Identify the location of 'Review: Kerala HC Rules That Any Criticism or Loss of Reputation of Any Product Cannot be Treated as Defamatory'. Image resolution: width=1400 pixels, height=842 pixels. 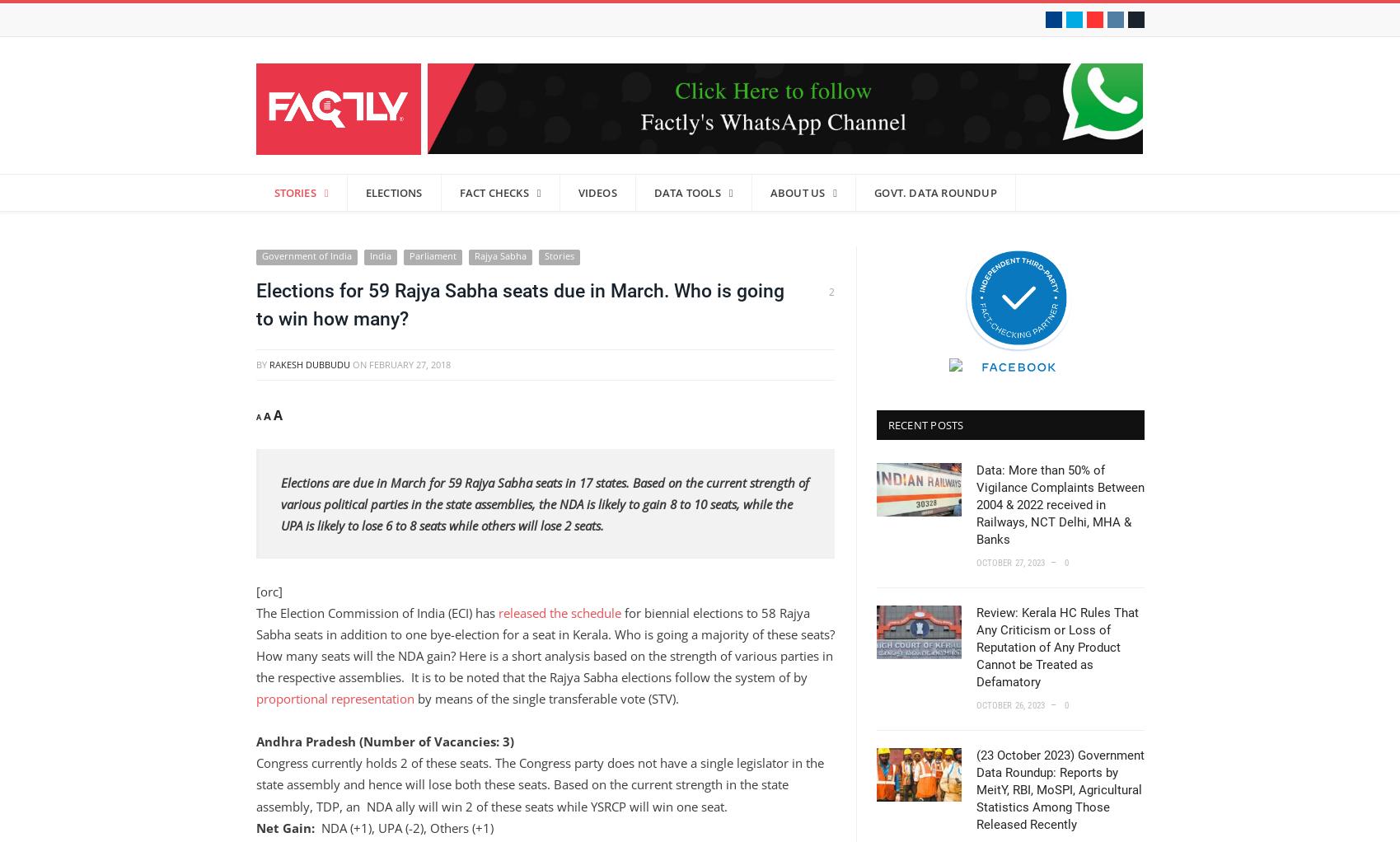
(1056, 648).